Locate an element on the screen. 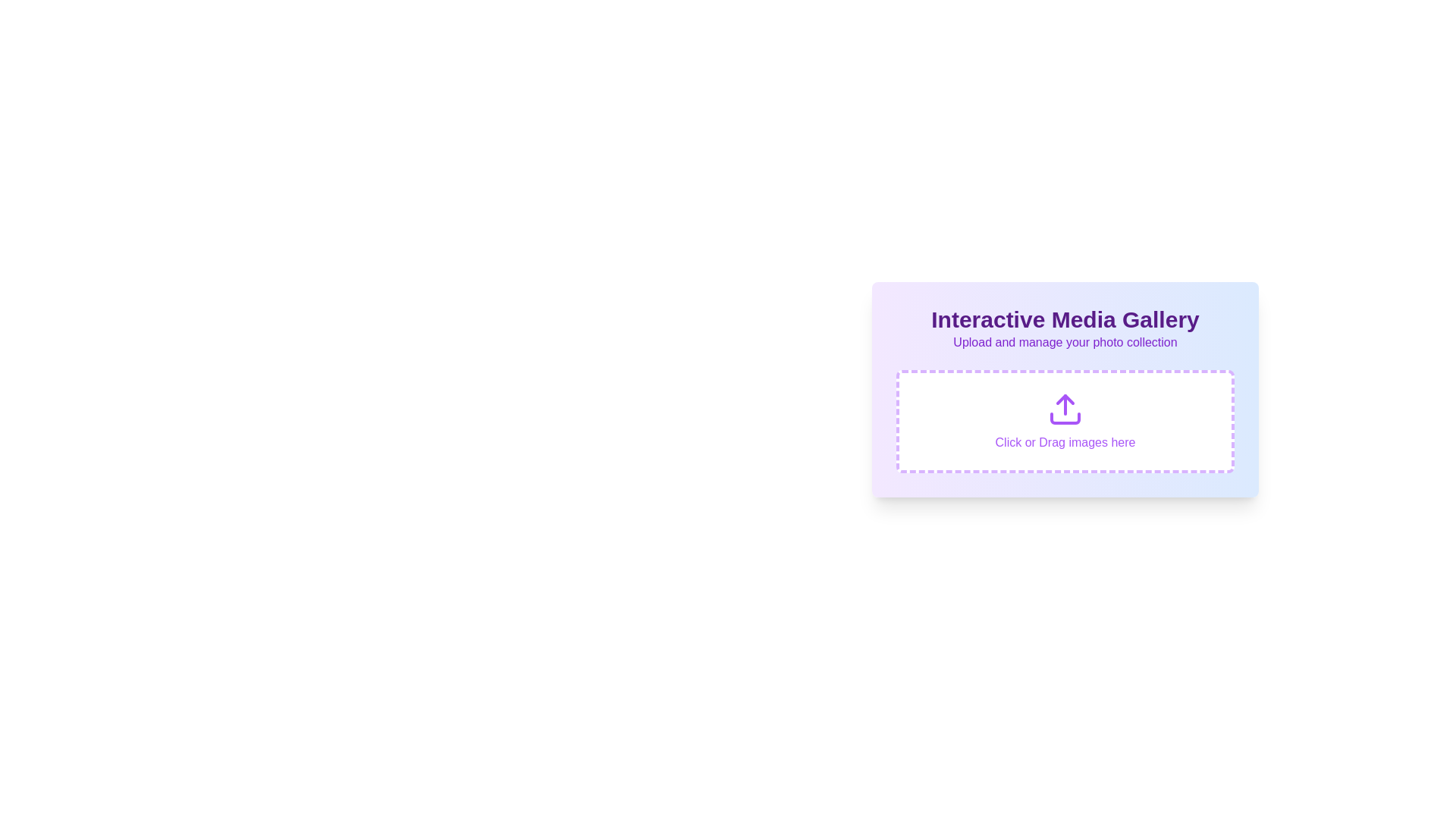 The height and width of the screenshot is (819, 1456). the text element styled in purple (#700) that reads 'Upload and manage your photo collection.' positioned below the larger title 'Interactive Media Gallery.' is located at coordinates (1065, 342).